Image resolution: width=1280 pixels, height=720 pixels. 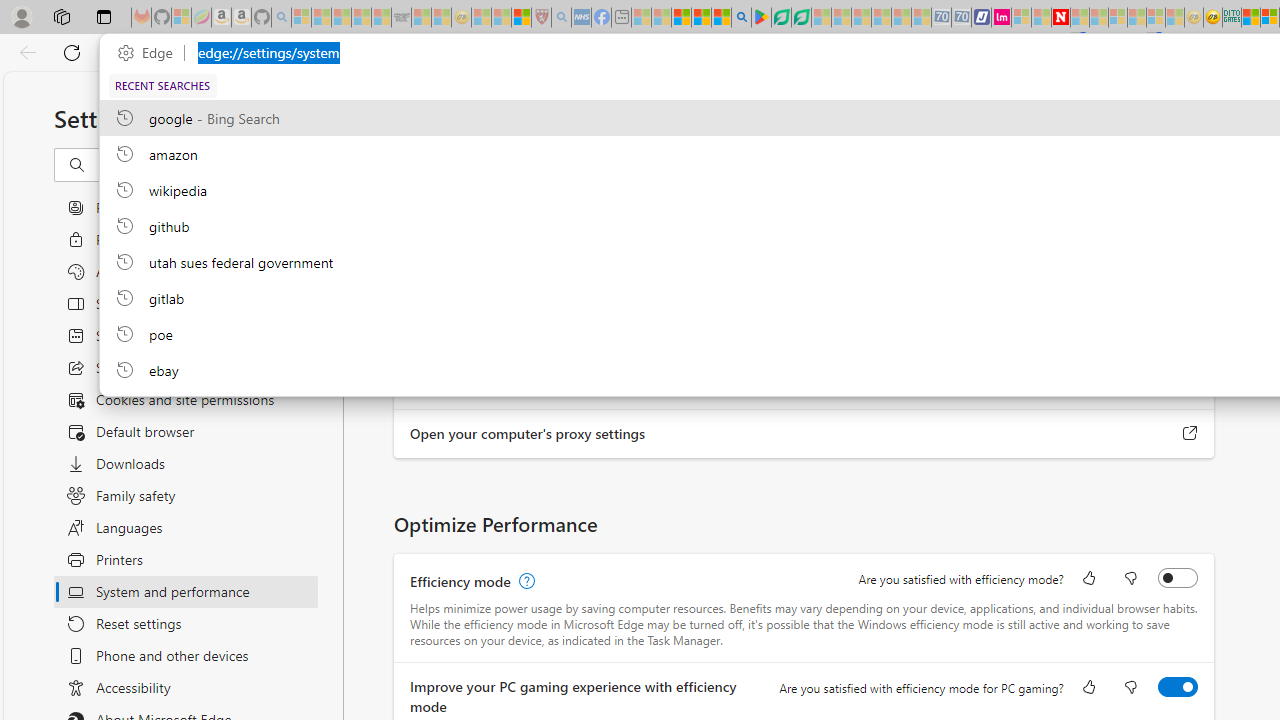 What do you see at coordinates (780, 17) in the screenshot?
I see `'Terms of Use Agreement'` at bounding box center [780, 17].